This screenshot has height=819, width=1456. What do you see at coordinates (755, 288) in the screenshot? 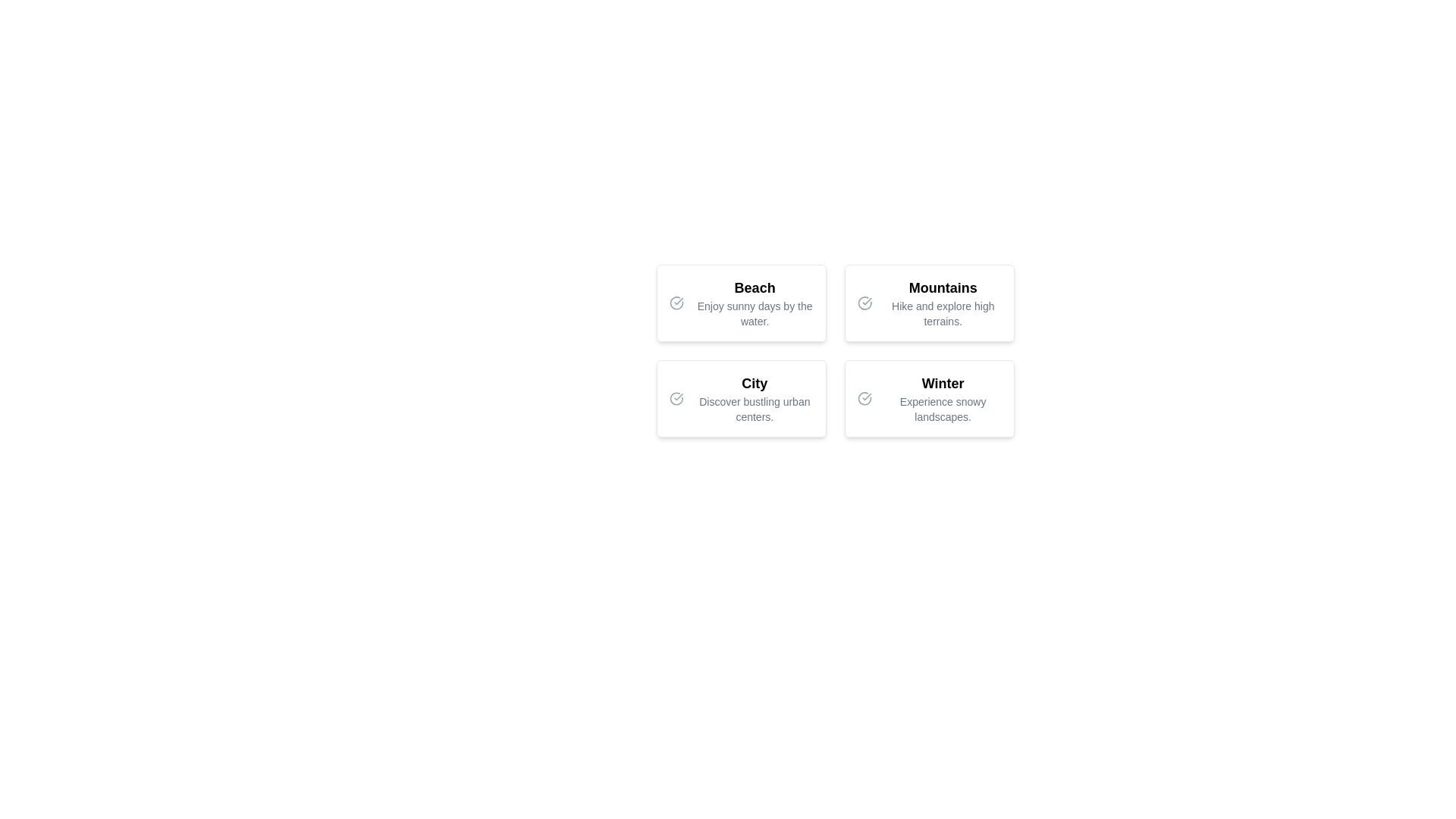
I see `text of the heading titled 'Beach', which is prominently displayed in a large and bold font within its card layout` at bounding box center [755, 288].